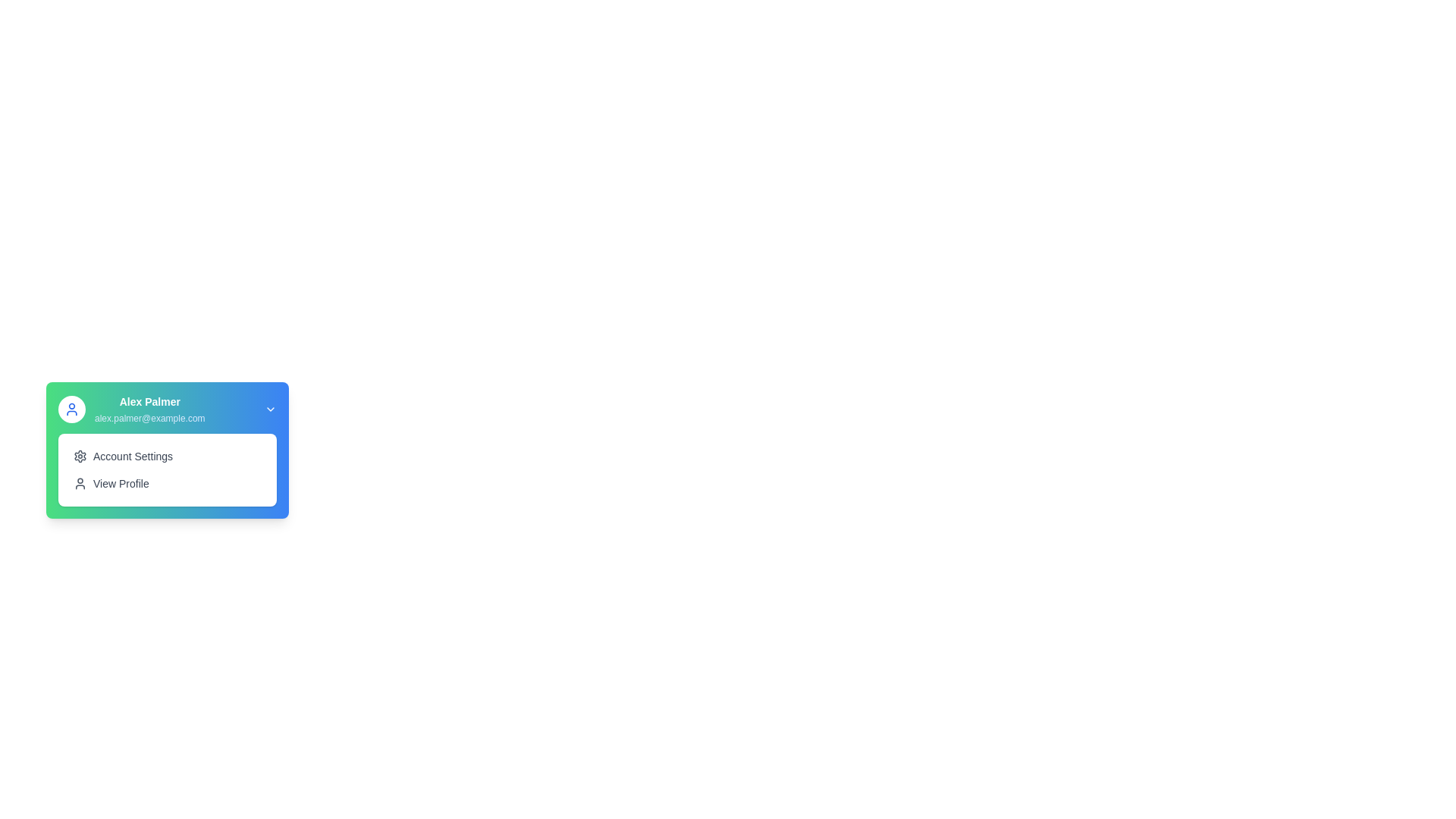 Image resolution: width=1456 pixels, height=819 pixels. Describe the element at coordinates (120, 483) in the screenshot. I see `the 'View Profile' text label, which is a smaller gray font item in the dropdown menu of user options, positioned below 'Account Settings'` at that location.